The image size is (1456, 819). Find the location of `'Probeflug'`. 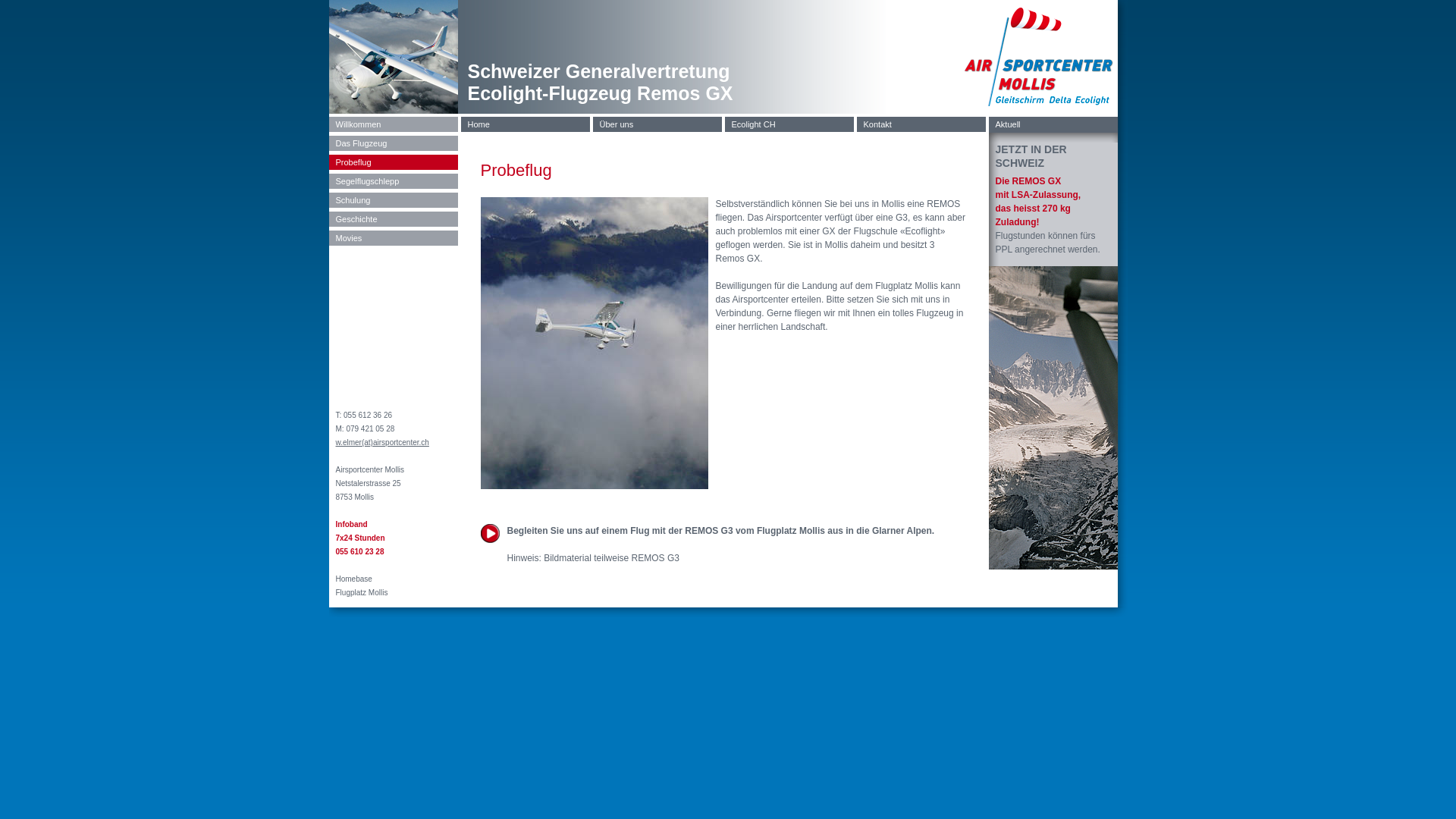

'Probeflug' is located at coordinates (393, 162).